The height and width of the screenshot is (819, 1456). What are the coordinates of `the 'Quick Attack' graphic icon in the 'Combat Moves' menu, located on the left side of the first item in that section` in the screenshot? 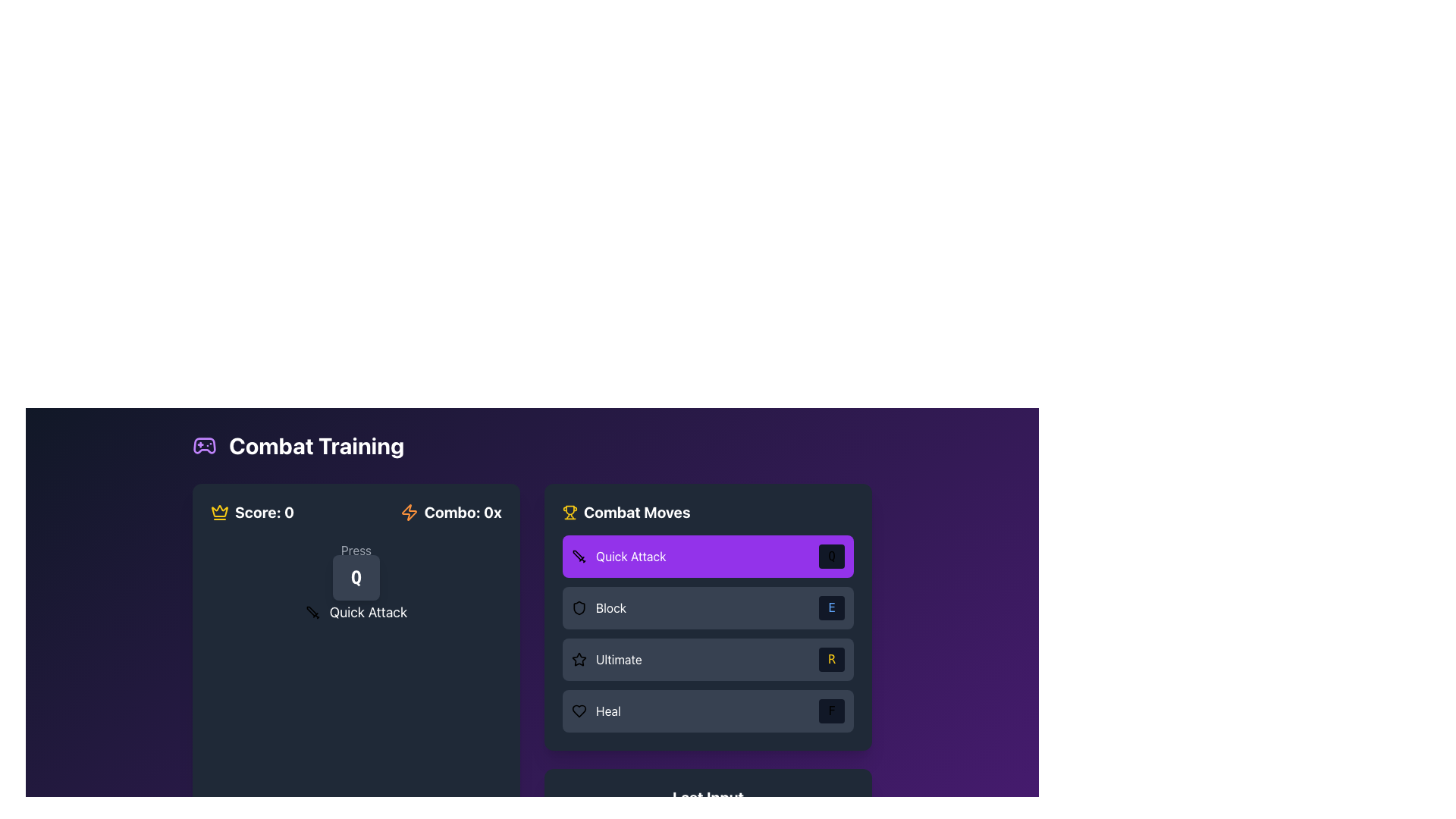 It's located at (578, 556).